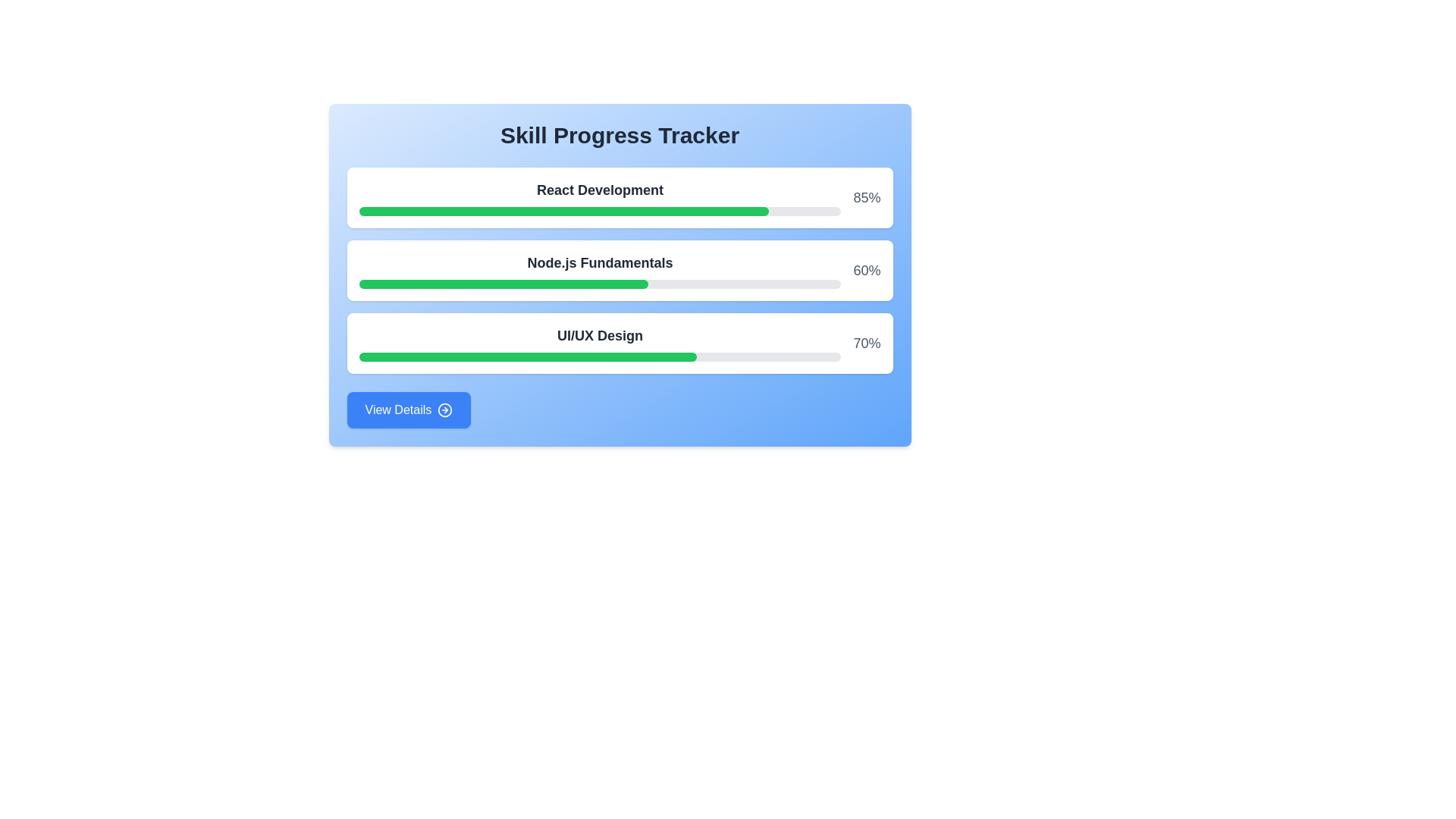  I want to click on horizontal progress bar located below the 'Node.js Fundamentals' text, which shows a green filled portion indicating progress, using developer tools, so click(599, 284).